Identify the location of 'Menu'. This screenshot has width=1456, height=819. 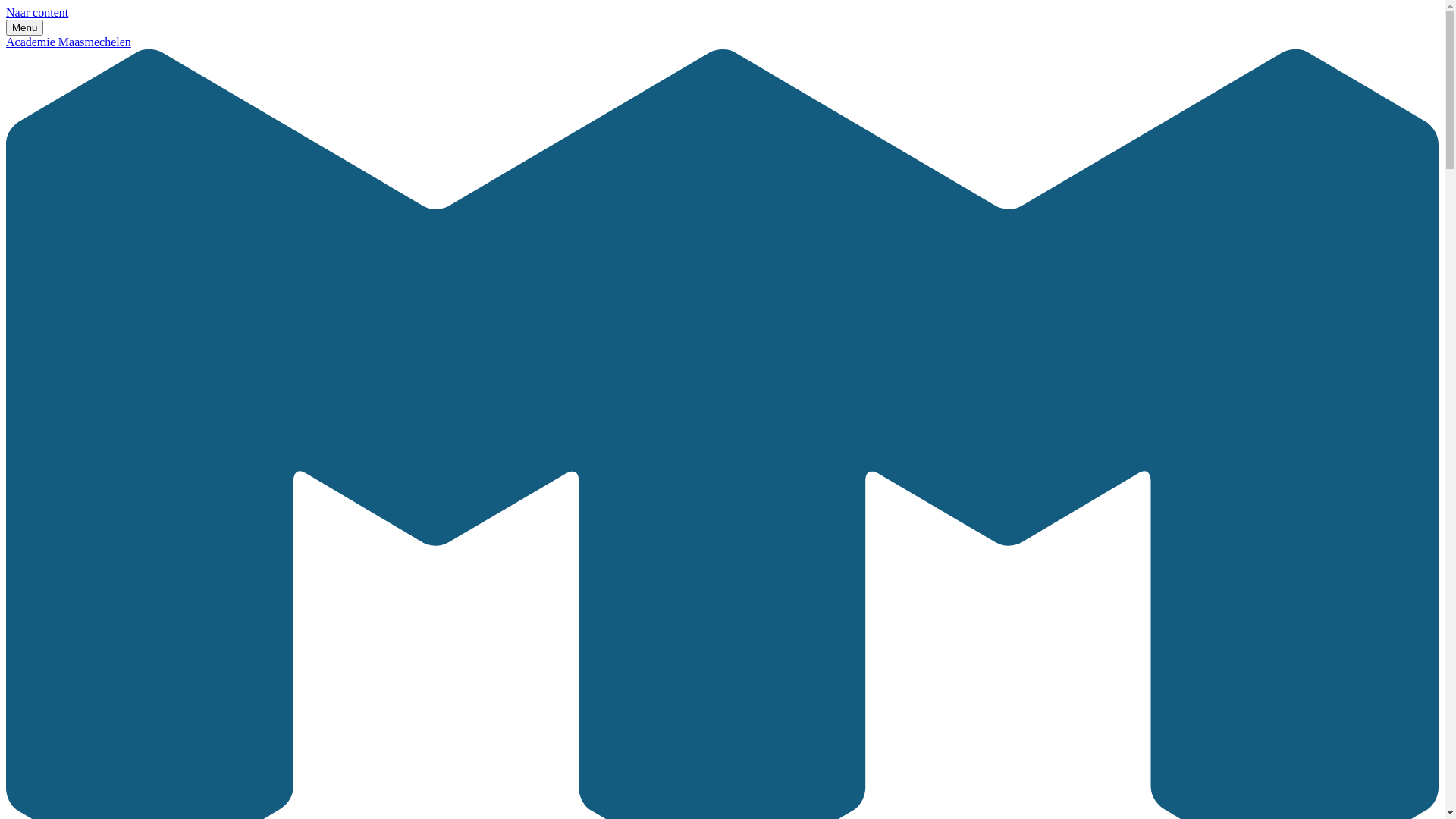
(24, 27).